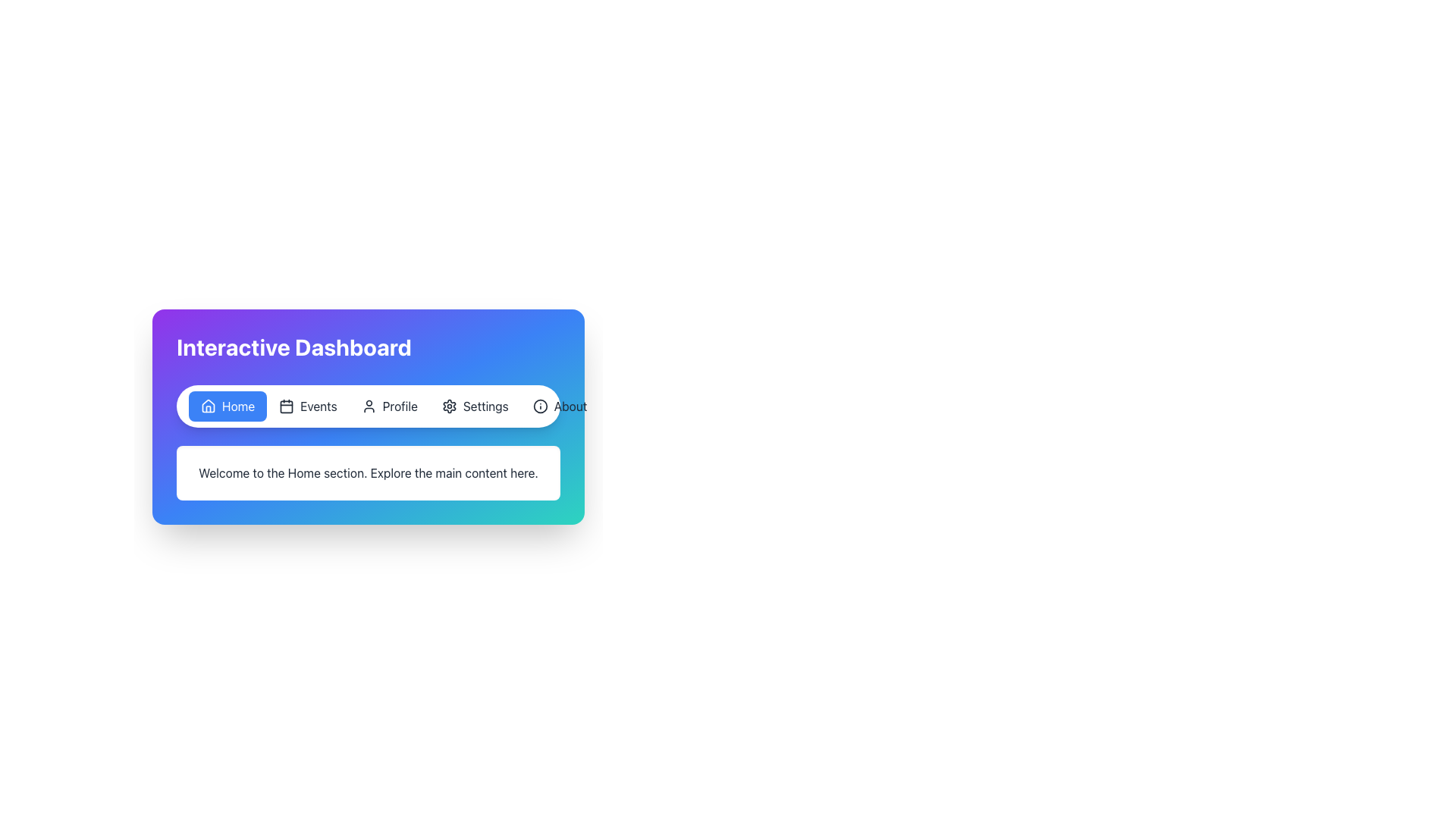 This screenshot has height=819, width=1456. I want to click on the calendar icon located in the navigation bar, positioned to the left of the 'Events' label, so click(287, 406).